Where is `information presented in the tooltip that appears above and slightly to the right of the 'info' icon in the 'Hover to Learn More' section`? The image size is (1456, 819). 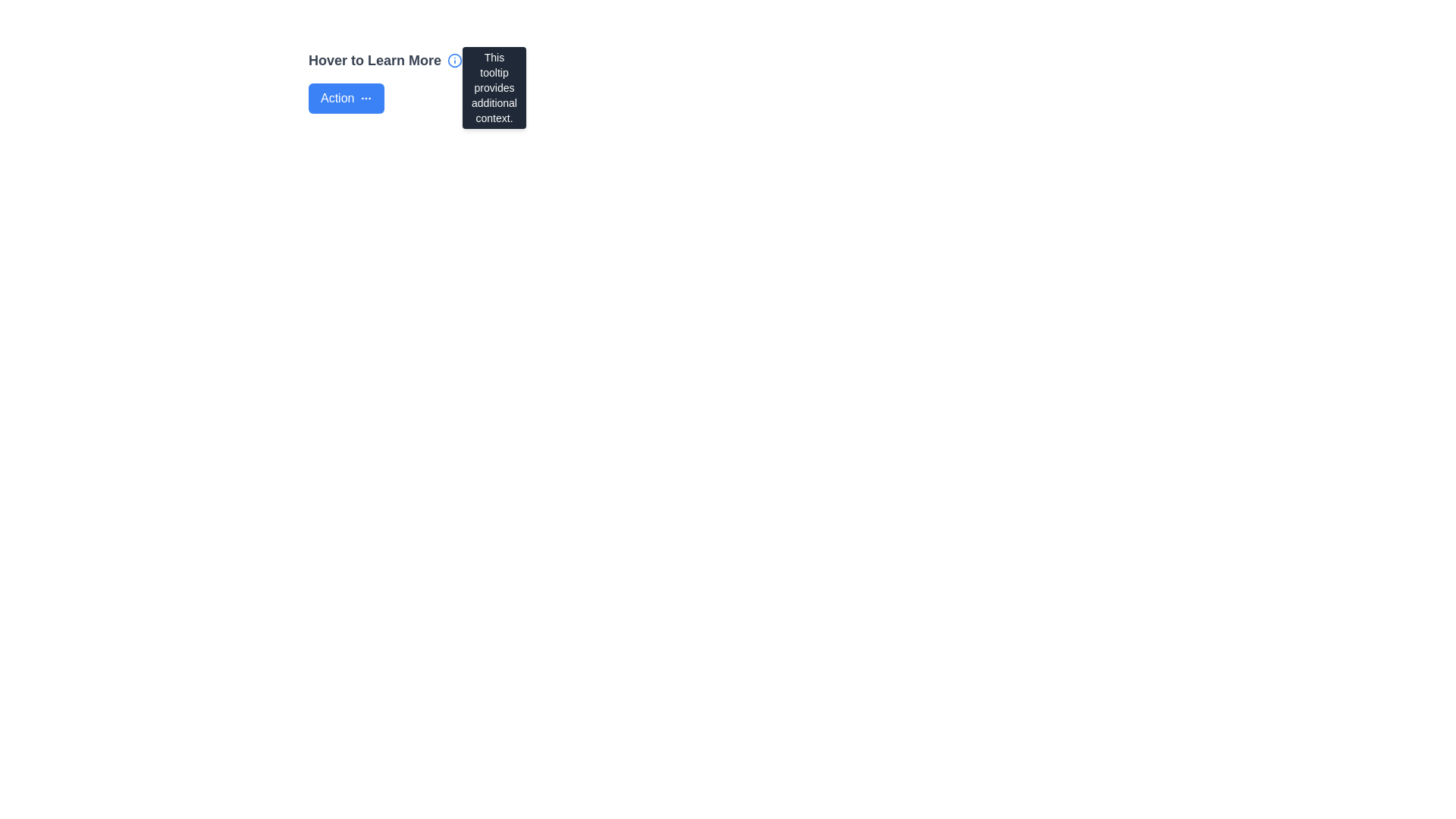
information presented in the tooltip that appears above and slightly to the right of the 'info' icon in the 'Hover to Learn More' section is located at coordinates (494, 87).